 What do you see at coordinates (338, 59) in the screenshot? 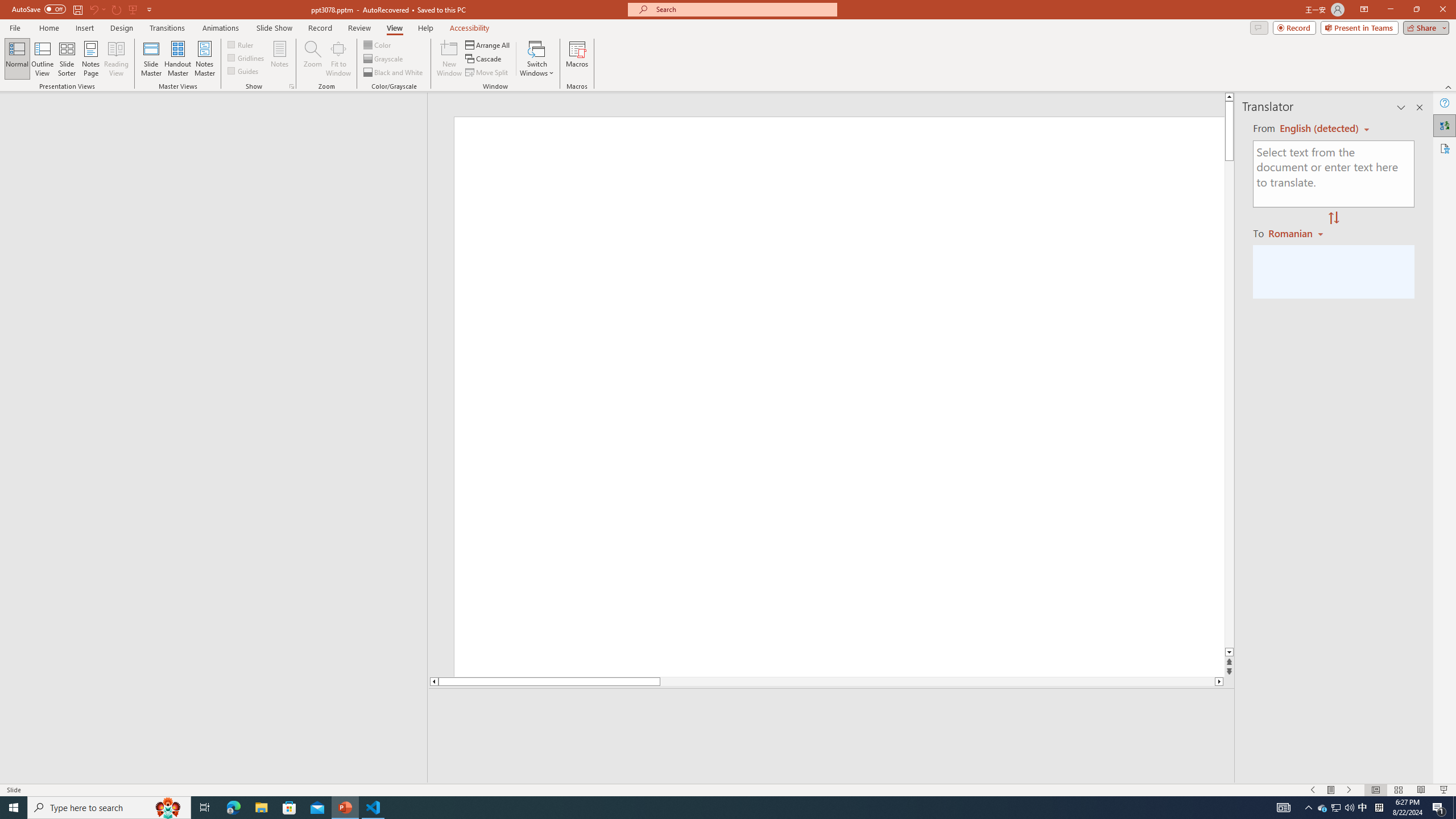
I see `'Fit to Window'` at bounding box center [338, 59].